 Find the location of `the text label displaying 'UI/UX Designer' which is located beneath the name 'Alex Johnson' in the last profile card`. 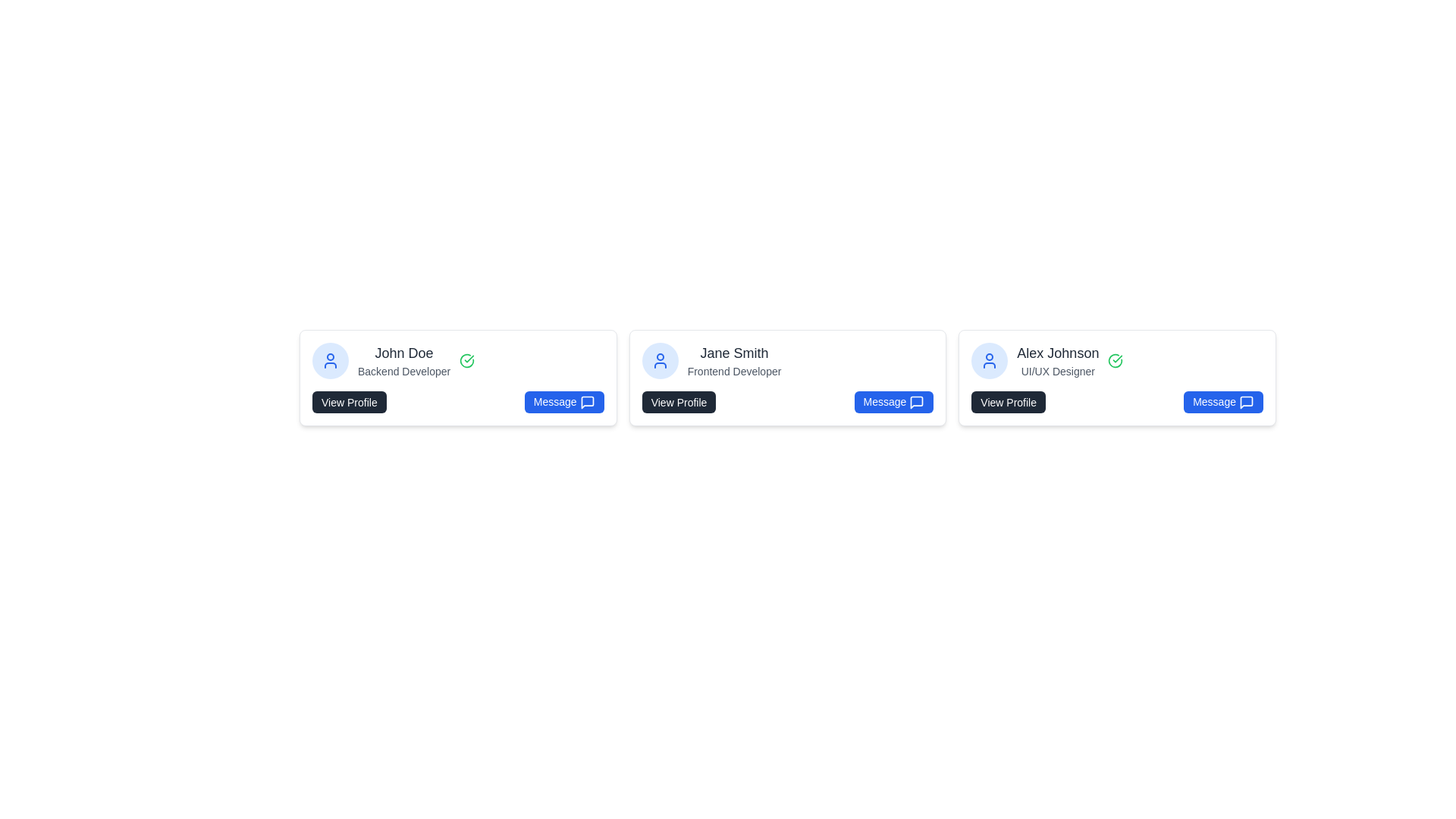

the text label displaying 'UI/UX Designer' which is located beneath the name 'Alex Johnson' in the last profile card is located at coordinates (1057, 371).